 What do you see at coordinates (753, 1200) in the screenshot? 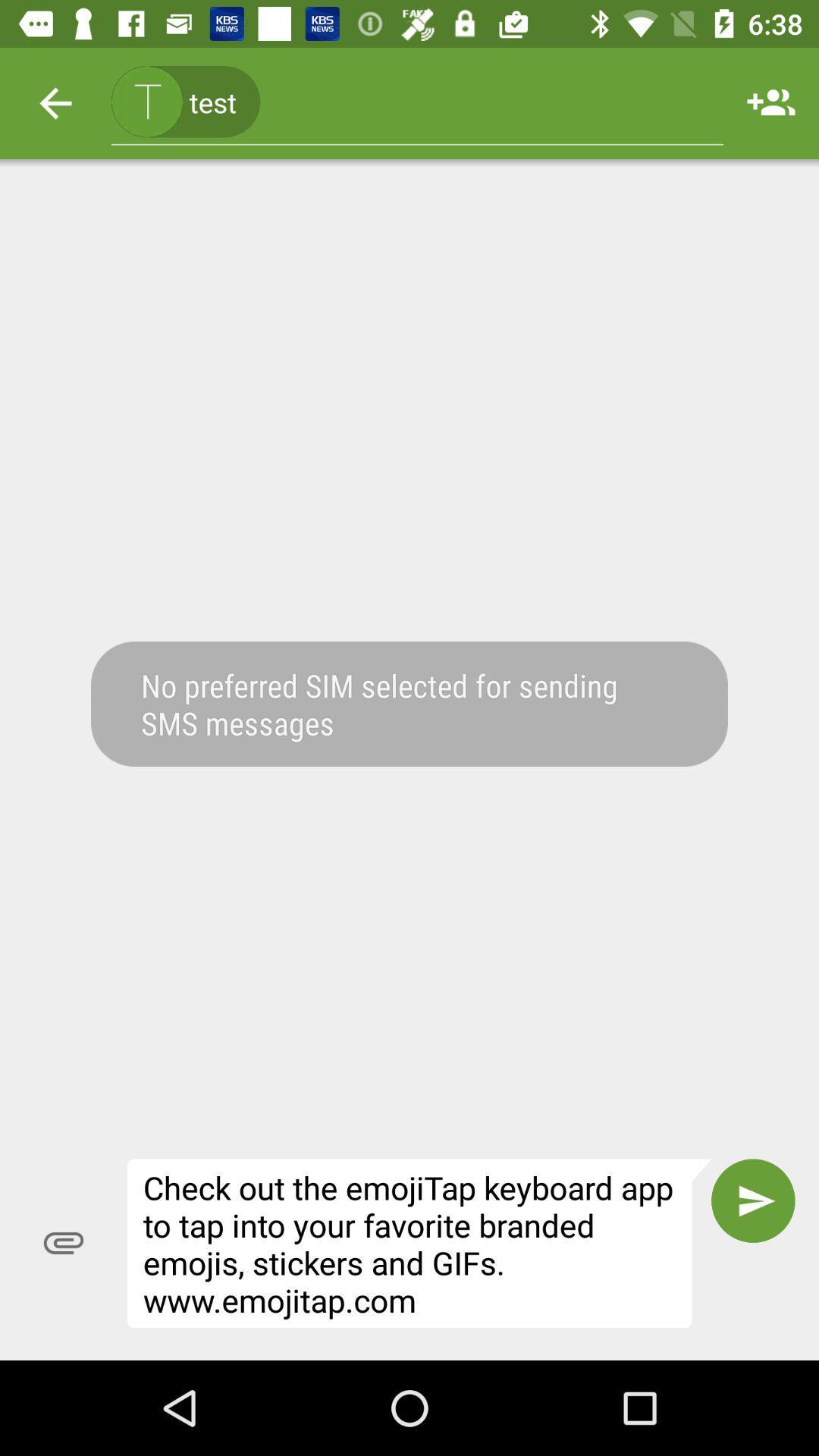
I see `icon to the right of check out the` at bounding box center [753, 1200].